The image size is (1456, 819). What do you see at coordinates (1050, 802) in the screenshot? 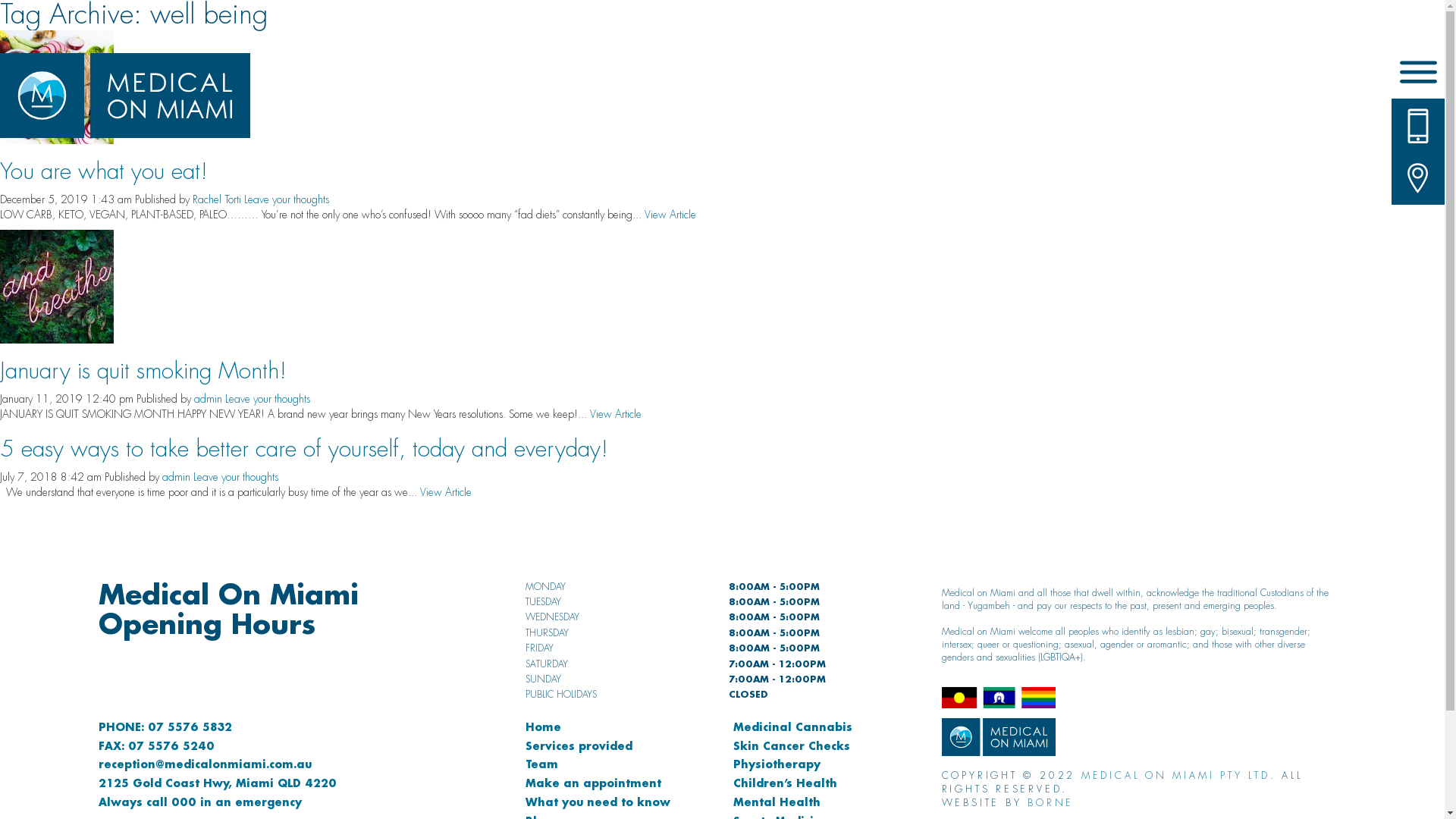
I see `'BORNE'` at bounding box center [1050, 802].